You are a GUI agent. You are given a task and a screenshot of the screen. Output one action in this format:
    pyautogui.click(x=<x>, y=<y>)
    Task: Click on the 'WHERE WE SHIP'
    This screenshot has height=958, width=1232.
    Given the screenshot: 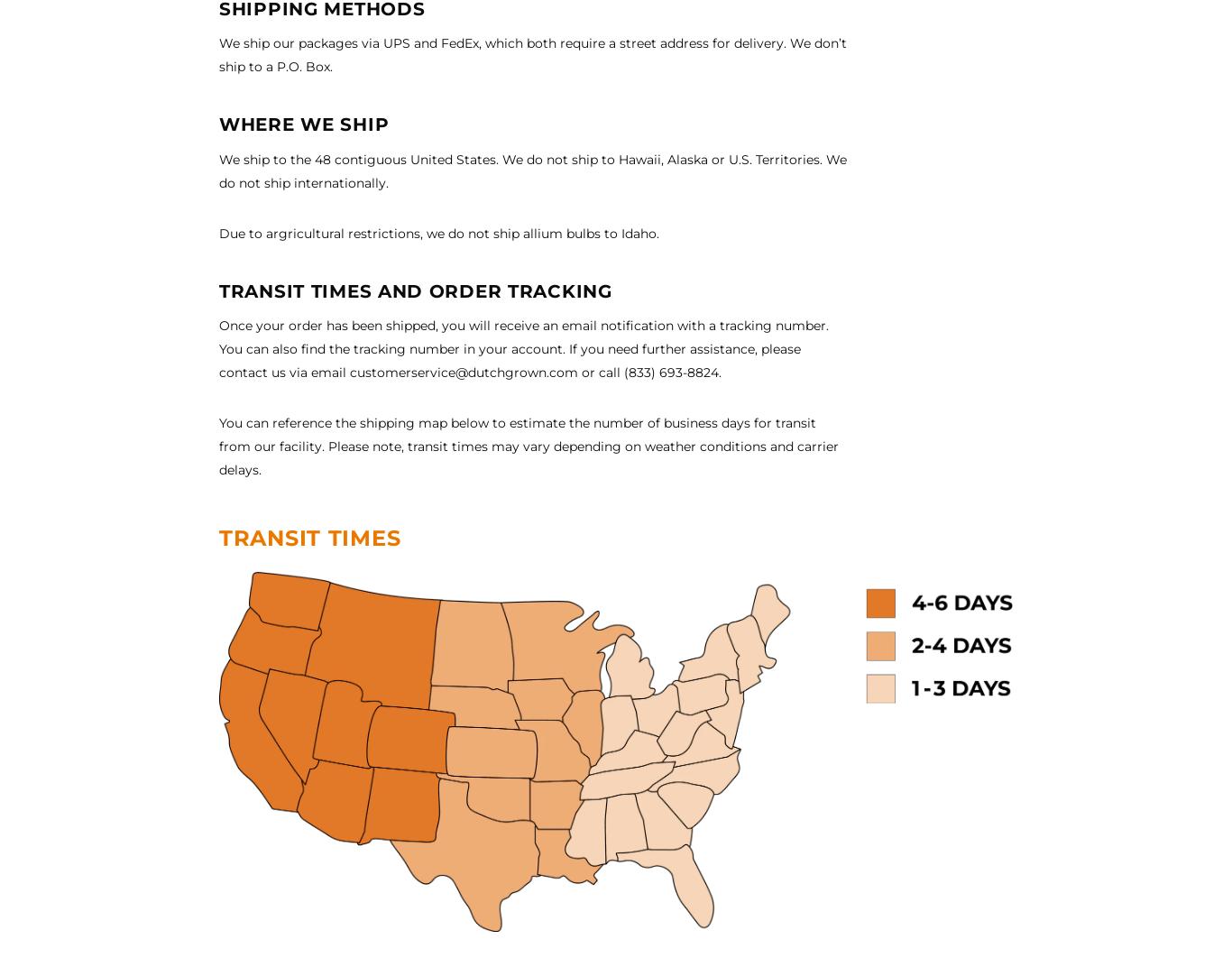 What is the action you would take?
    pyautogui.click(x=219, y=124)
    